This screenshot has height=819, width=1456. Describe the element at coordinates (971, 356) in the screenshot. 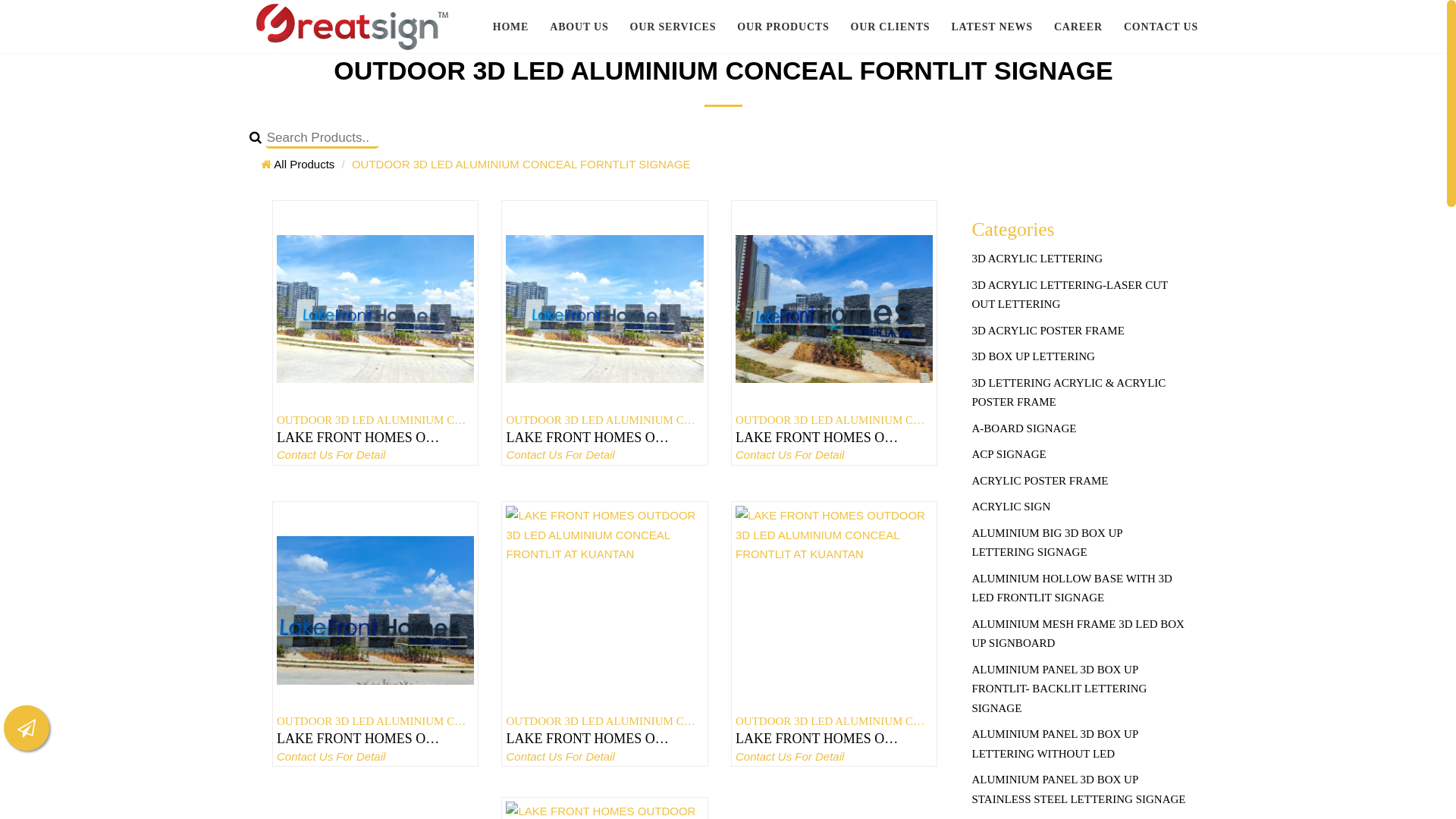

I see `'3D BOX UP LETTERING'` at that location.